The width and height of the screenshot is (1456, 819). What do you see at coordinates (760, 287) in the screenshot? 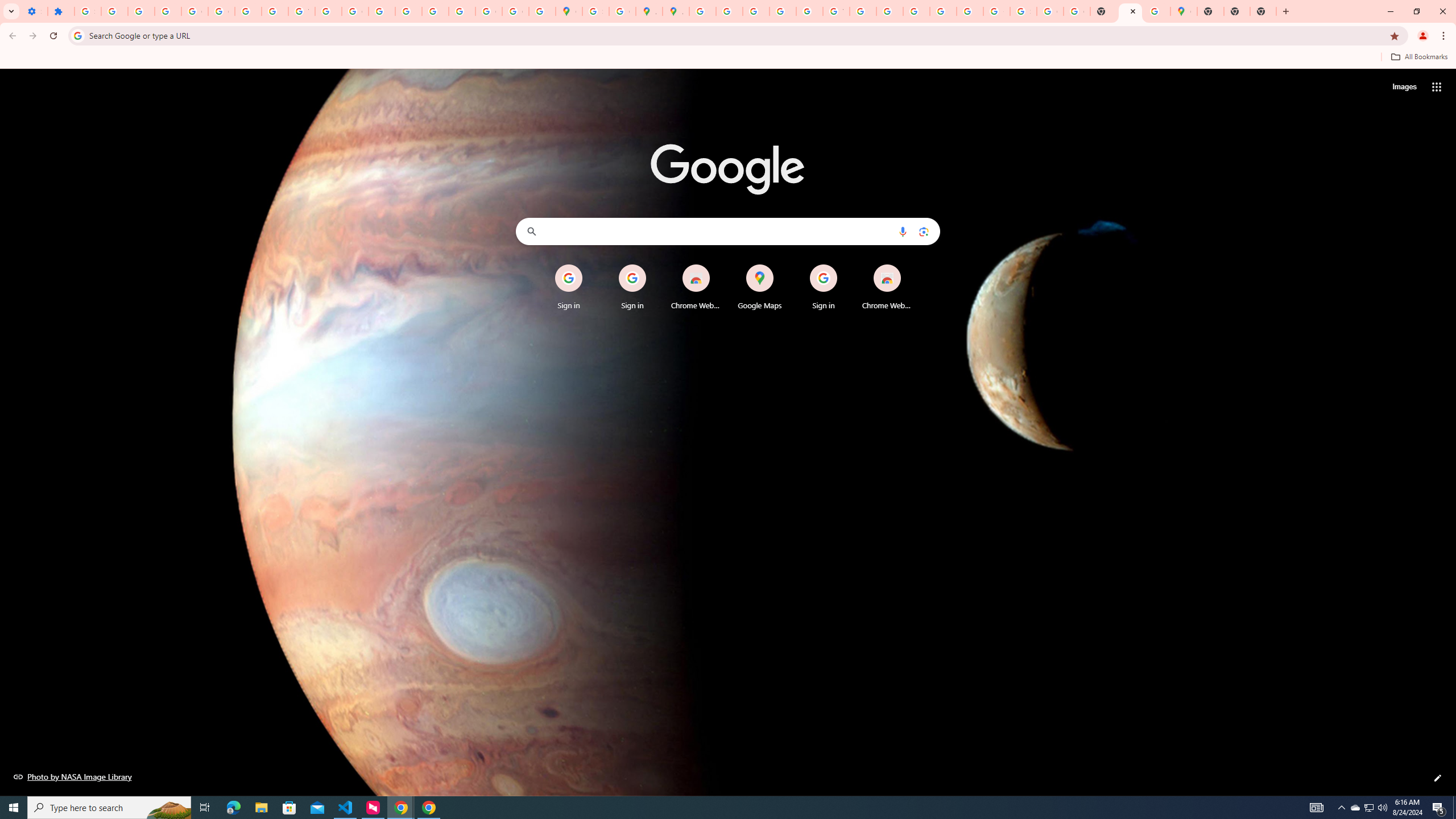
I see `'Google Maps'` at bounding box center [760, 287].